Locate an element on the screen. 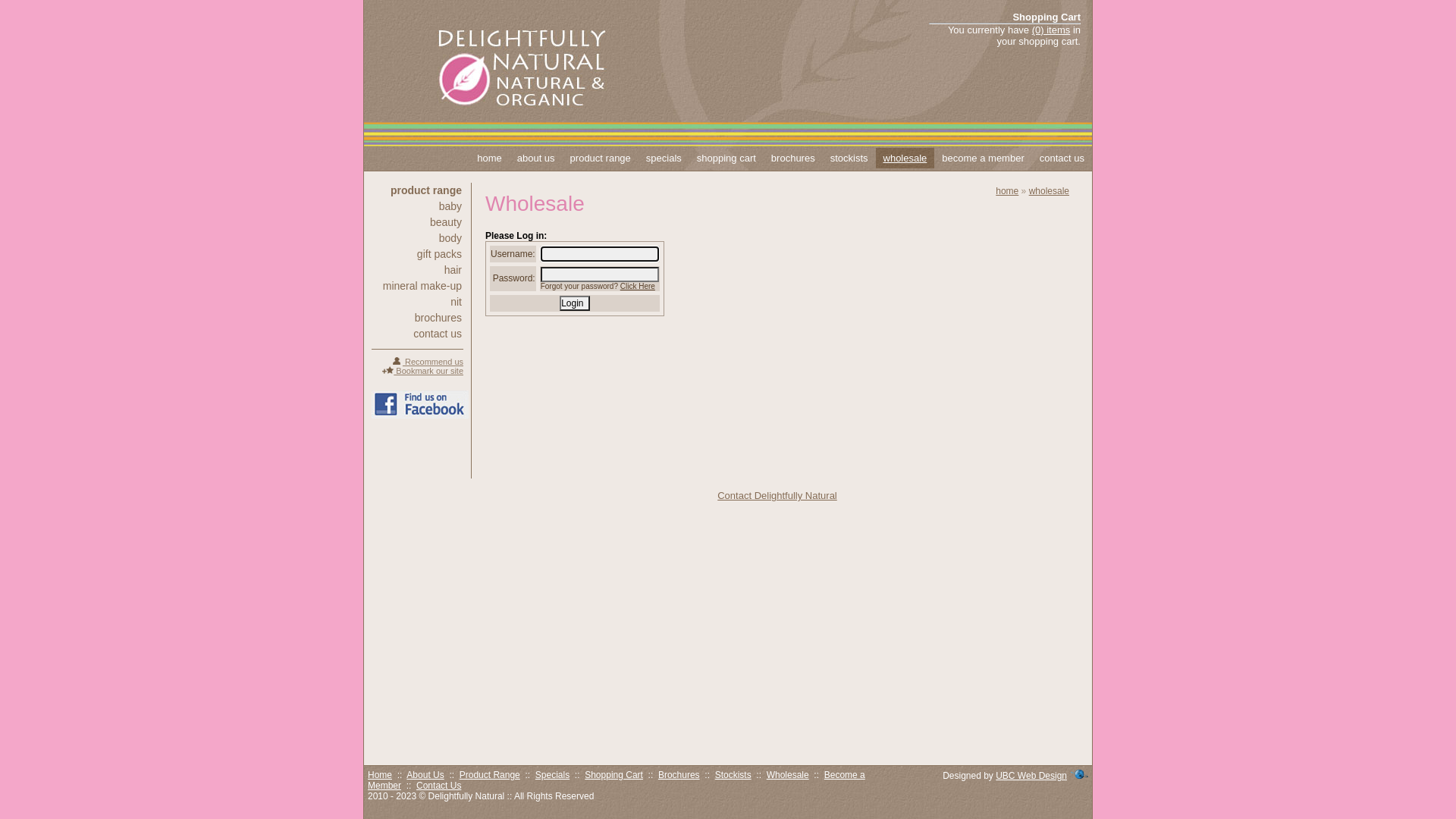  'body' is located at coordinates (417, 237).